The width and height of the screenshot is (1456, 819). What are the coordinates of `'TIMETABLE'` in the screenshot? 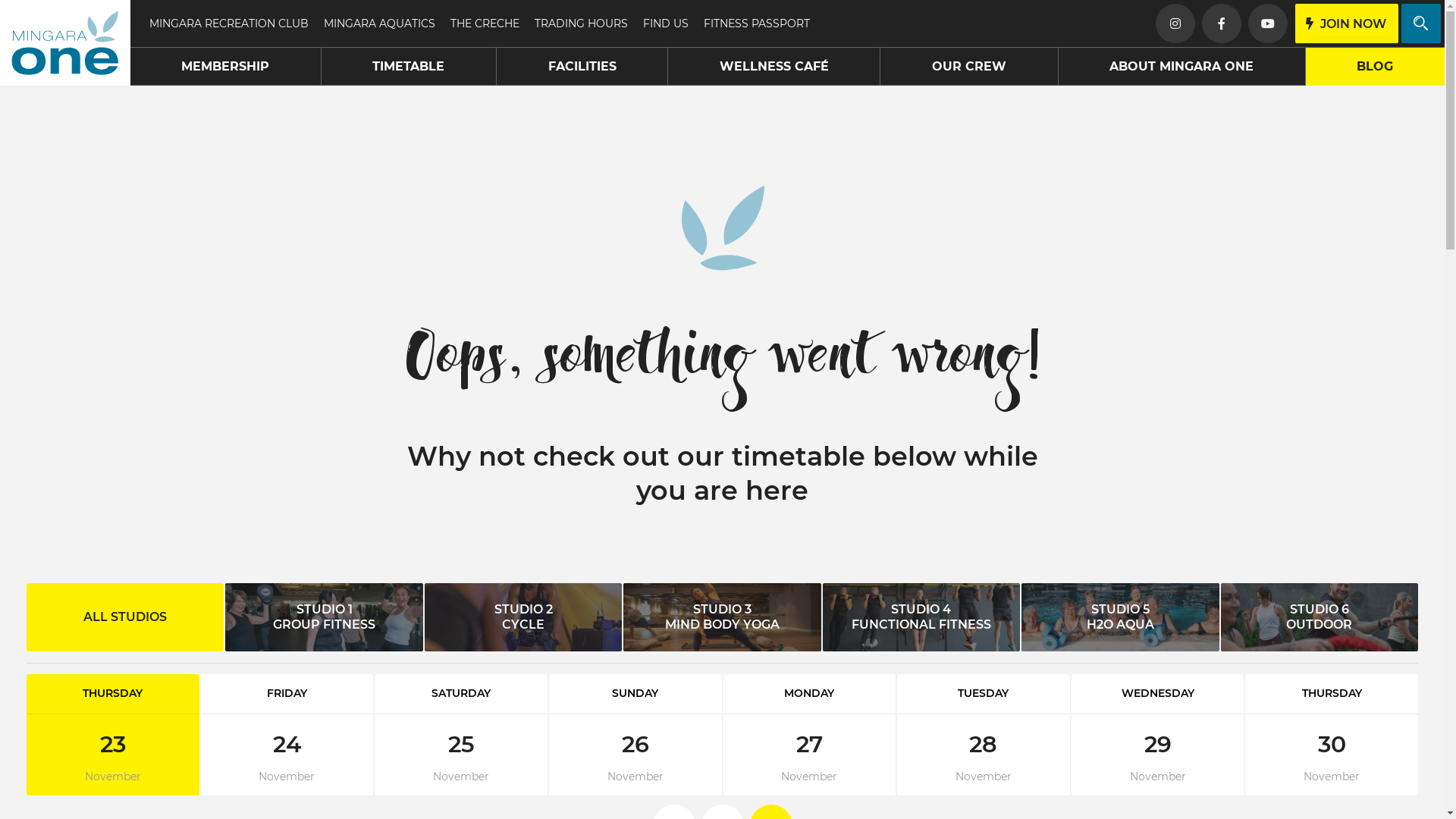 It's located at (409, 66).